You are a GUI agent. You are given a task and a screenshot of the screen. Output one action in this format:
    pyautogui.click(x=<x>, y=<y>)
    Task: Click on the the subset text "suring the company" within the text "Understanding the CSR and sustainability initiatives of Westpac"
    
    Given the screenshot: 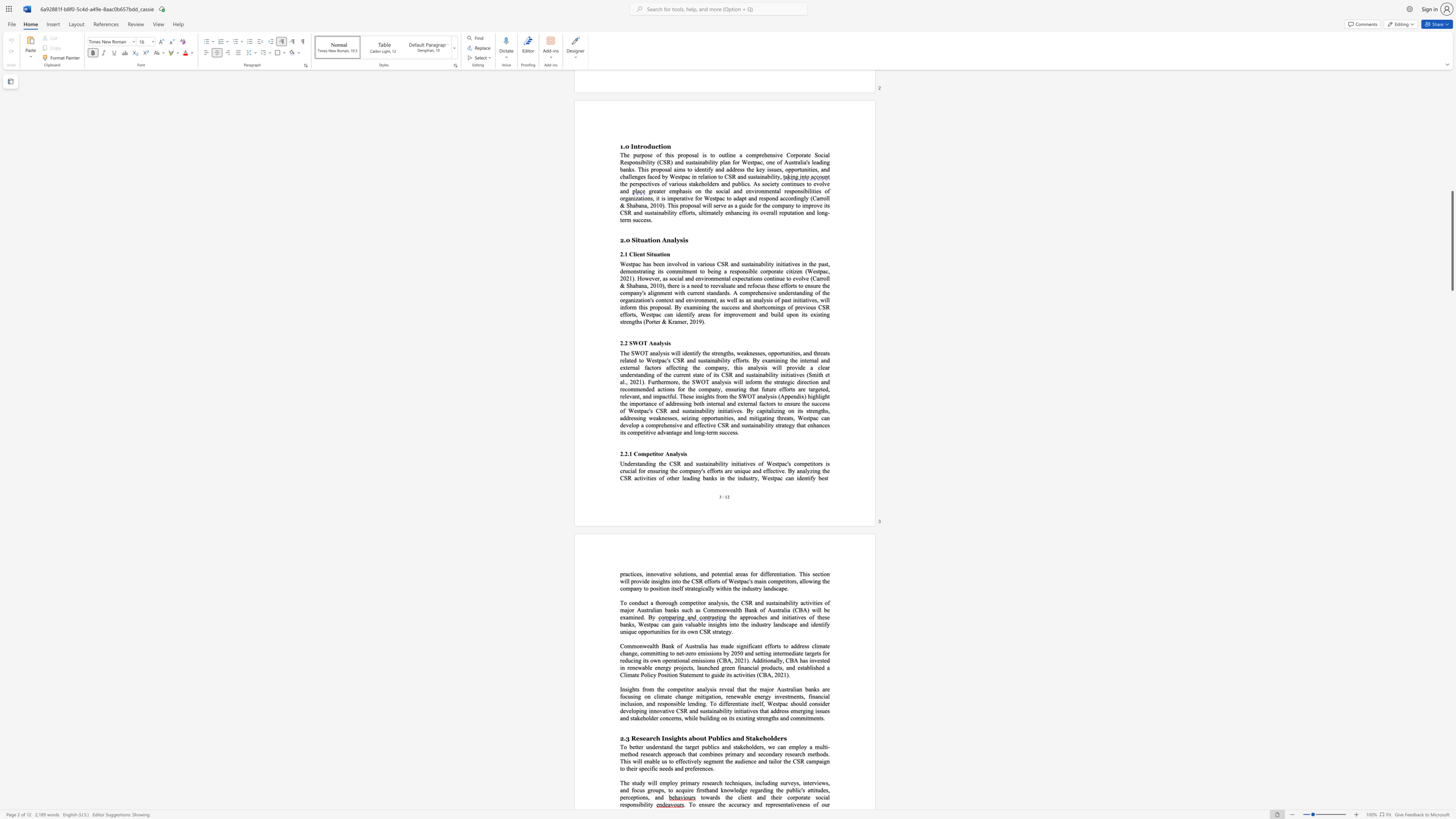 What is the action you would take?
    pyautogui.click(x=653, y=470)
    